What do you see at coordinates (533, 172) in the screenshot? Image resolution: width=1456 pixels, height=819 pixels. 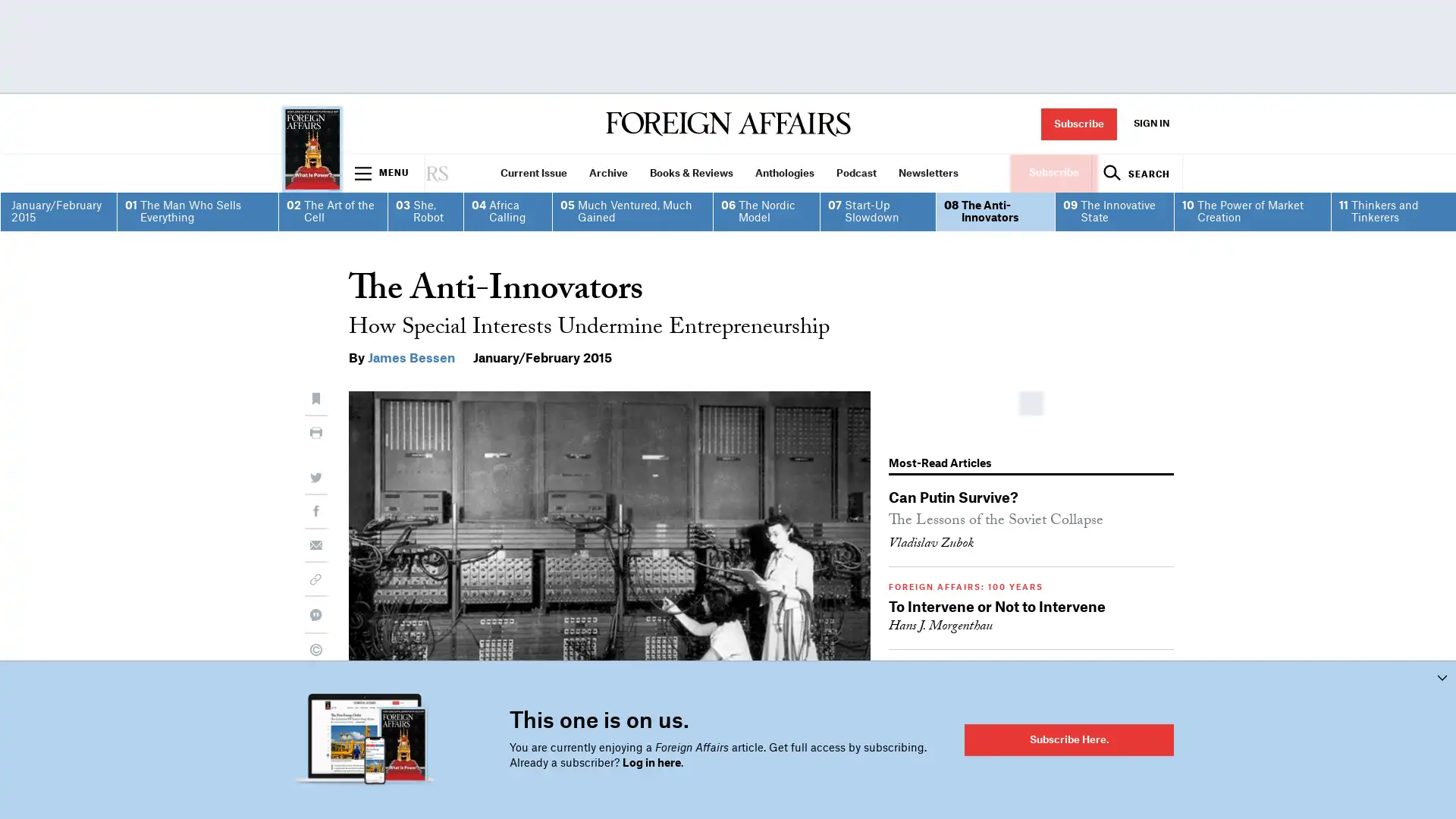 I see `Current Issue` at bounding box center [533, 172].